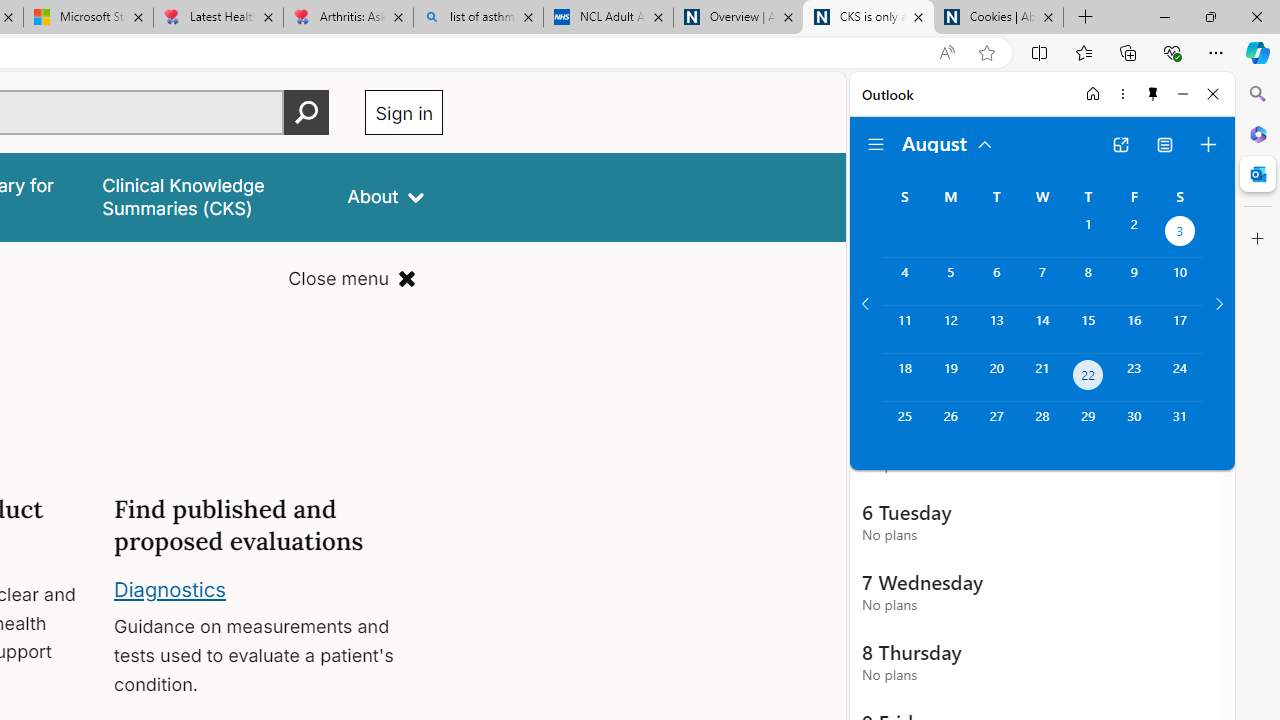 This screenshot has width=1280, height=720. Describe the element at coordinates (170, 587) in the screenshot. I see `'Diagnostics'` at that location.